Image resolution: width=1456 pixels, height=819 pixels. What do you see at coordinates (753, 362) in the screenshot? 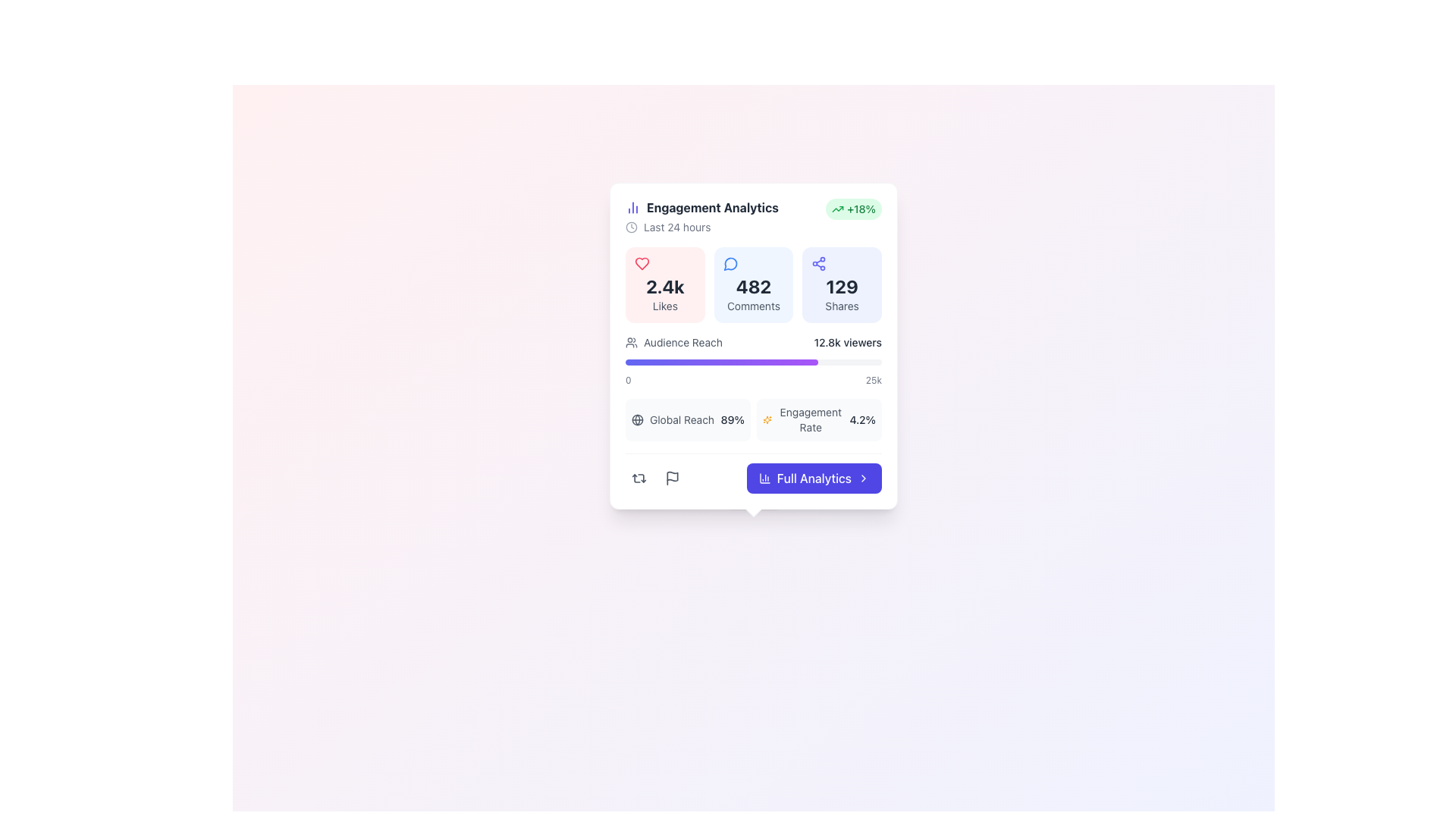
I see `the progression level visually on the horizontal progress bar with rounded edges, which is located beneath the '12.8k viewers' text and above the '0' and '25k' labels` at bounding box center [753, 362].